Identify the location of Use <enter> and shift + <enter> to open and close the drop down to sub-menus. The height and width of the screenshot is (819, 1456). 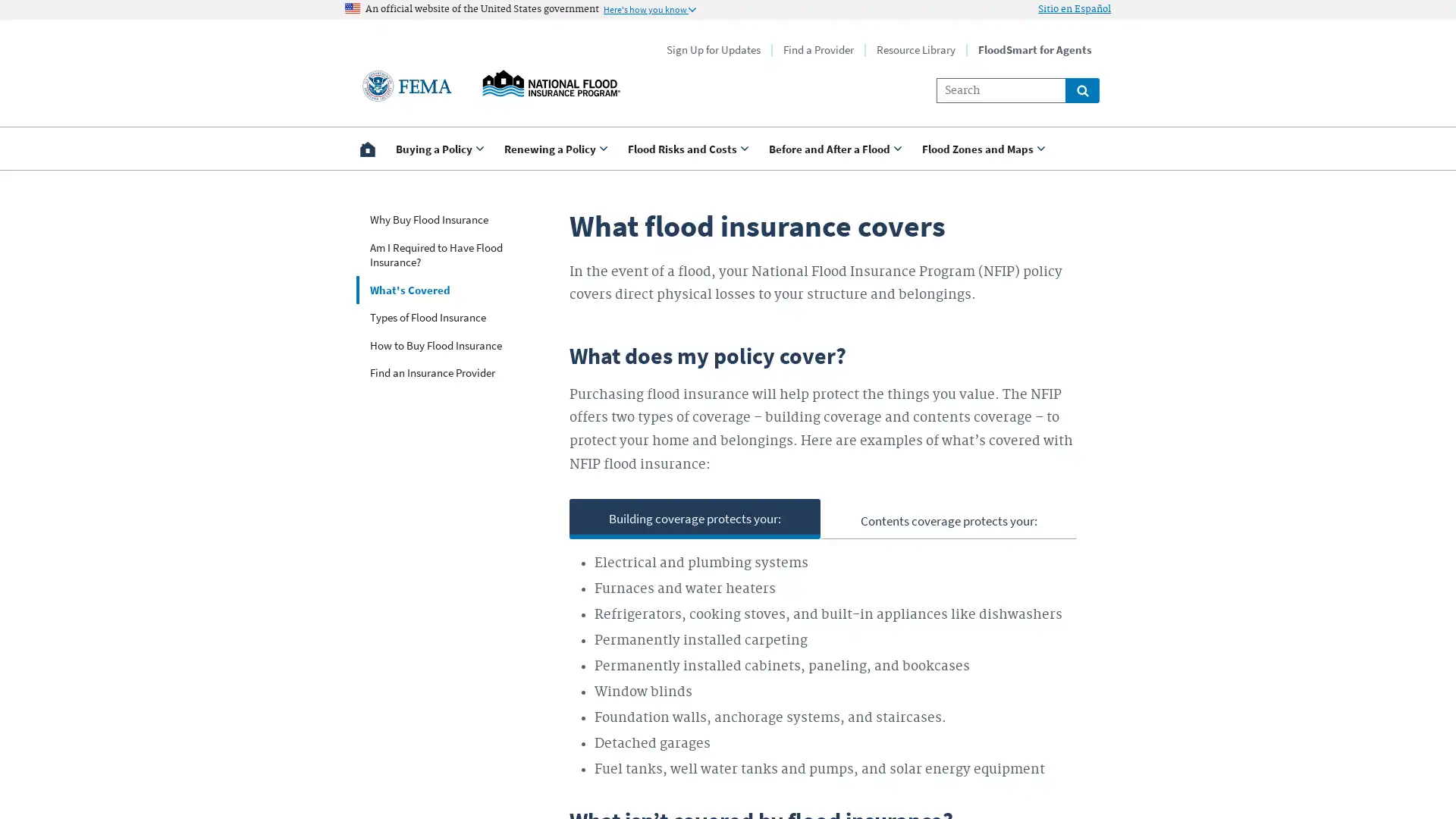
(557, 148).